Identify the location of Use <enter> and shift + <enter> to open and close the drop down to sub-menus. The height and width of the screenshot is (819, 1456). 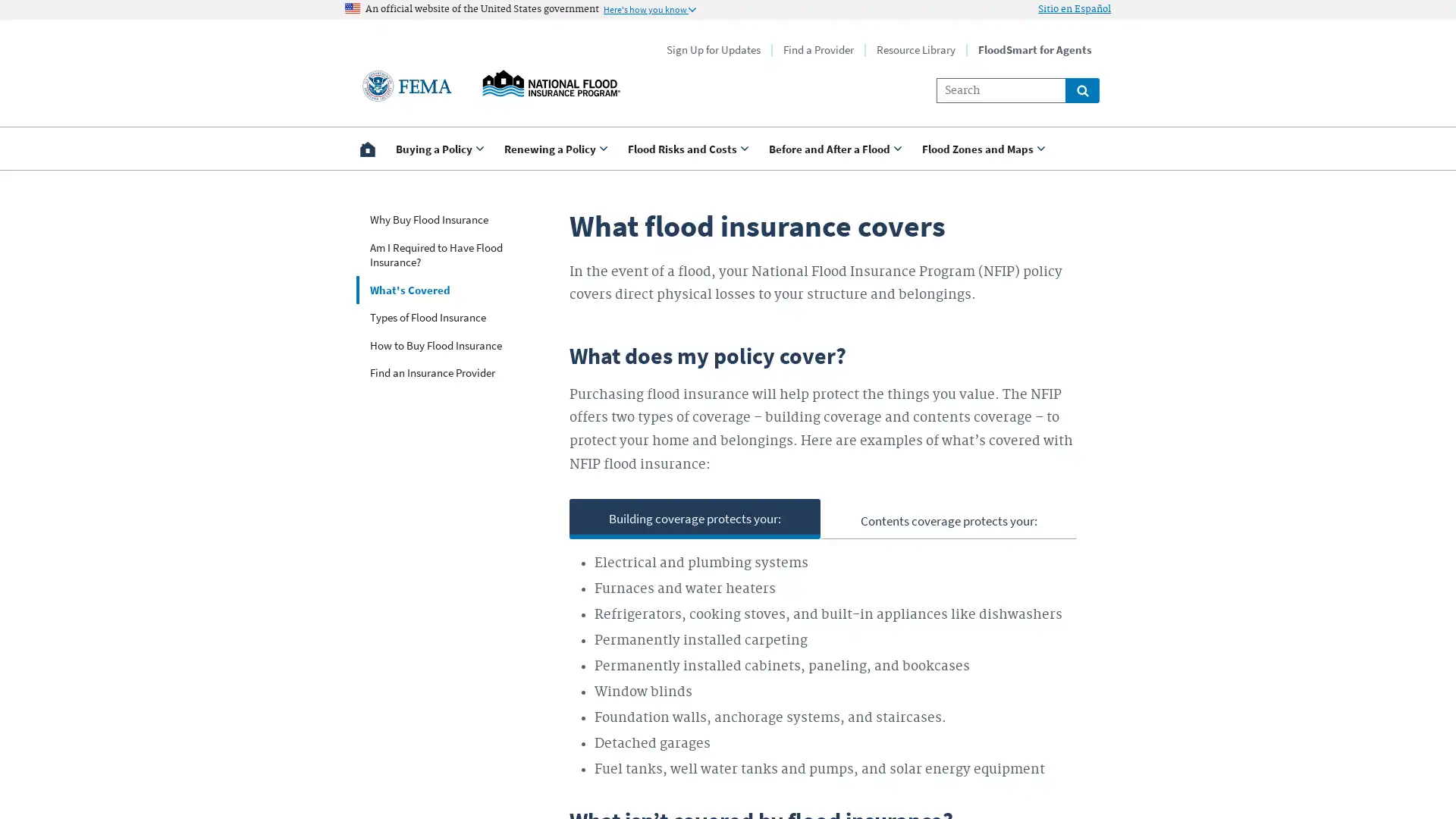
(557, 148).